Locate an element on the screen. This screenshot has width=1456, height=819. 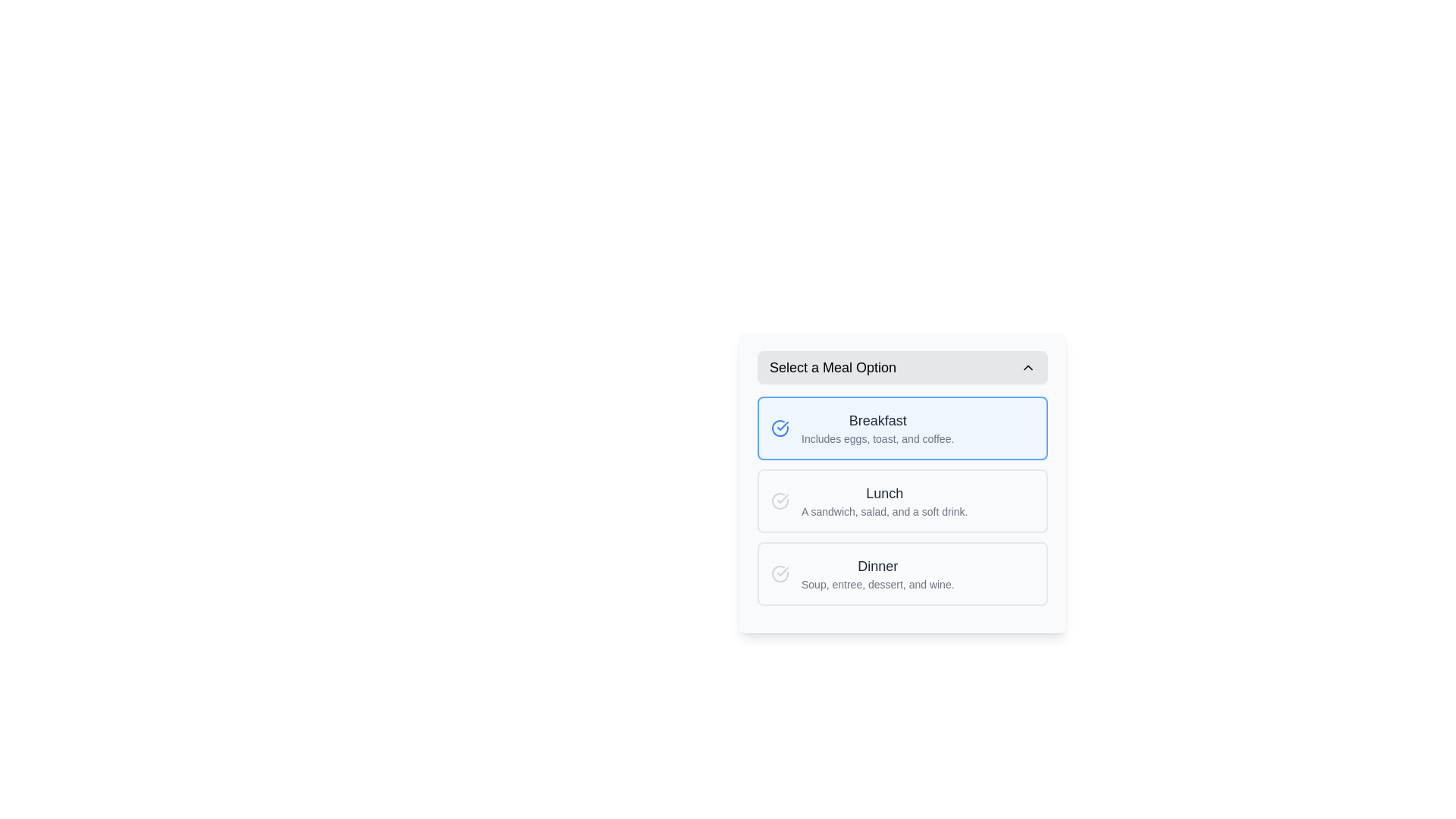
the blue checkmark icon within a circle located to the left of the 'Breakfast' text in the selection menu if interactive context exists is located at coordinates (783, 426).